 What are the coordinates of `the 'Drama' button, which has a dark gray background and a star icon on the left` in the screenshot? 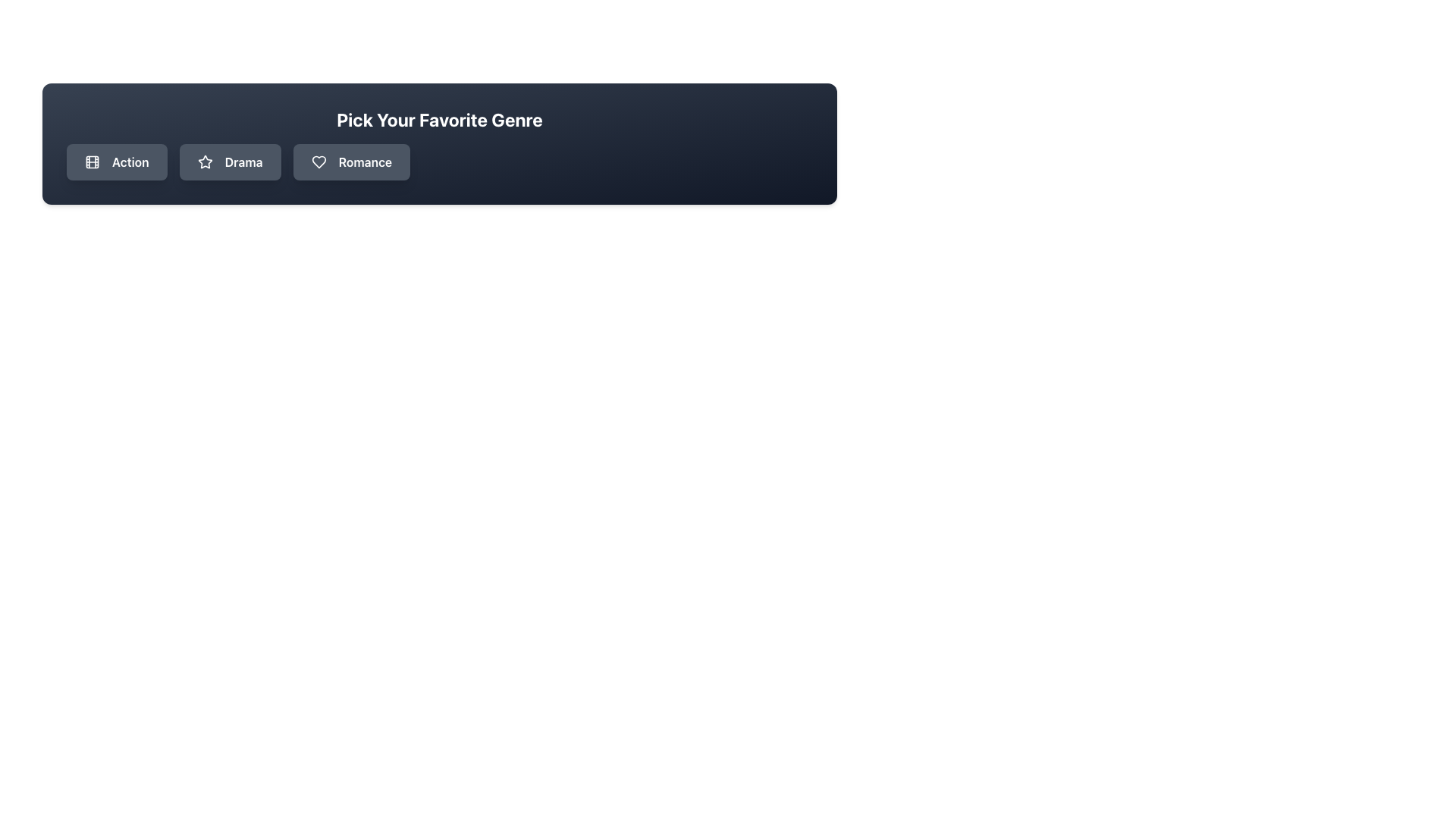 It's located at (229, 162).